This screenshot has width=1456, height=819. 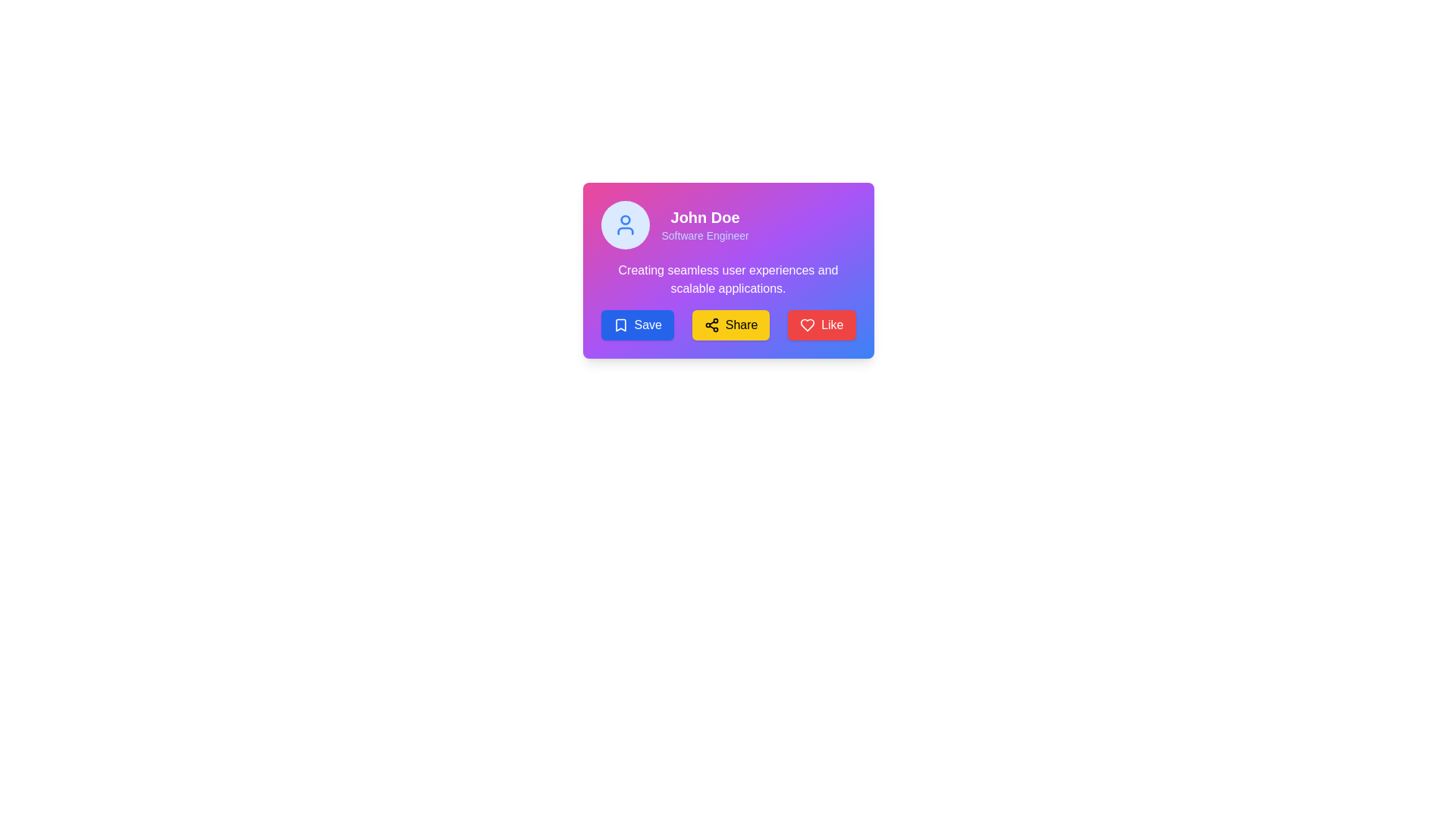 I want to click on the text block that provides additional context about the profile, located below the user details section and above the buttons in the card component, so click(x=728, y=280).